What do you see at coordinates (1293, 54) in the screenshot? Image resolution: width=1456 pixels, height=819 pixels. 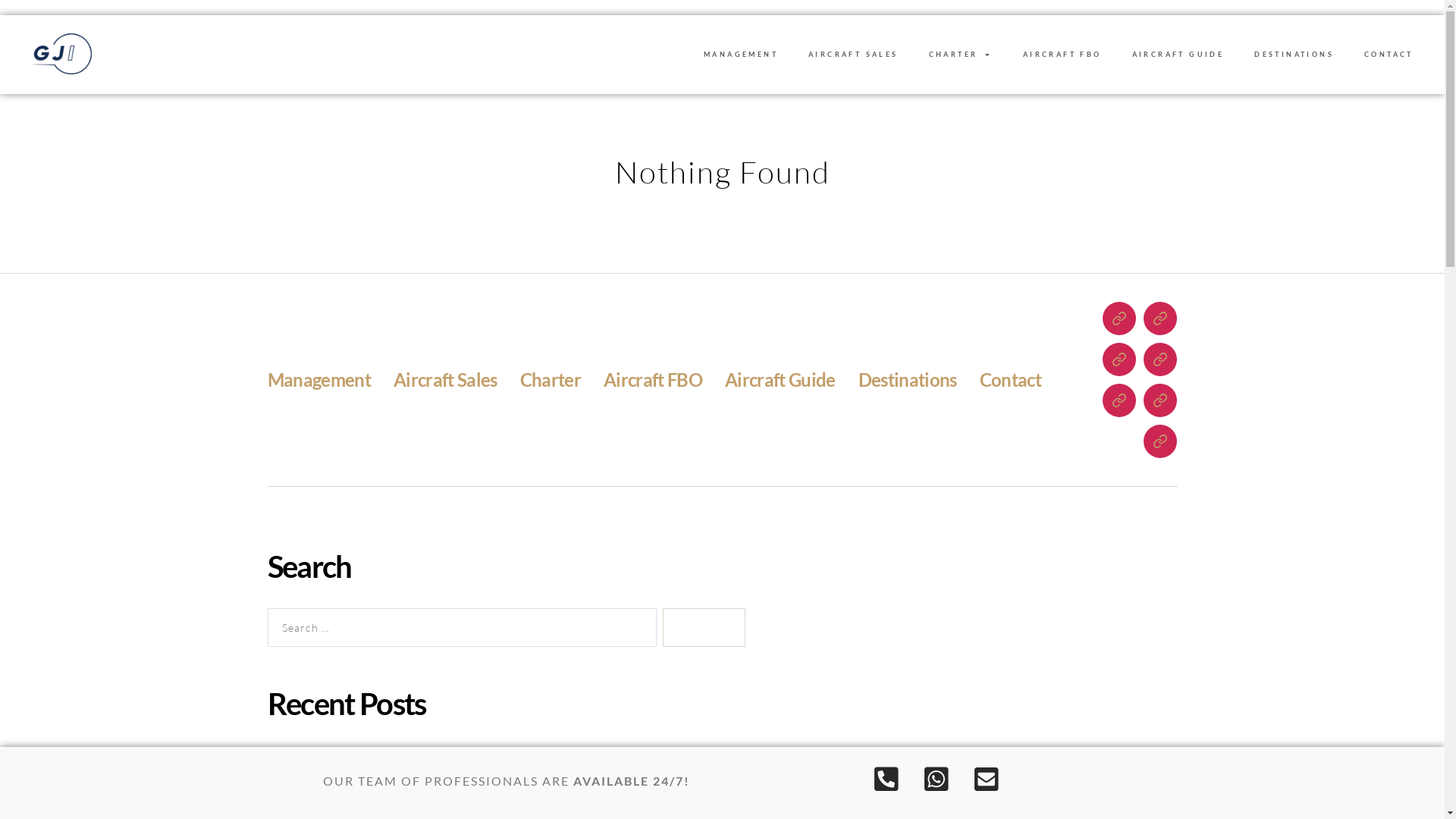 I see `'DESTINATIONS'` at bounding box center [1293, 54].